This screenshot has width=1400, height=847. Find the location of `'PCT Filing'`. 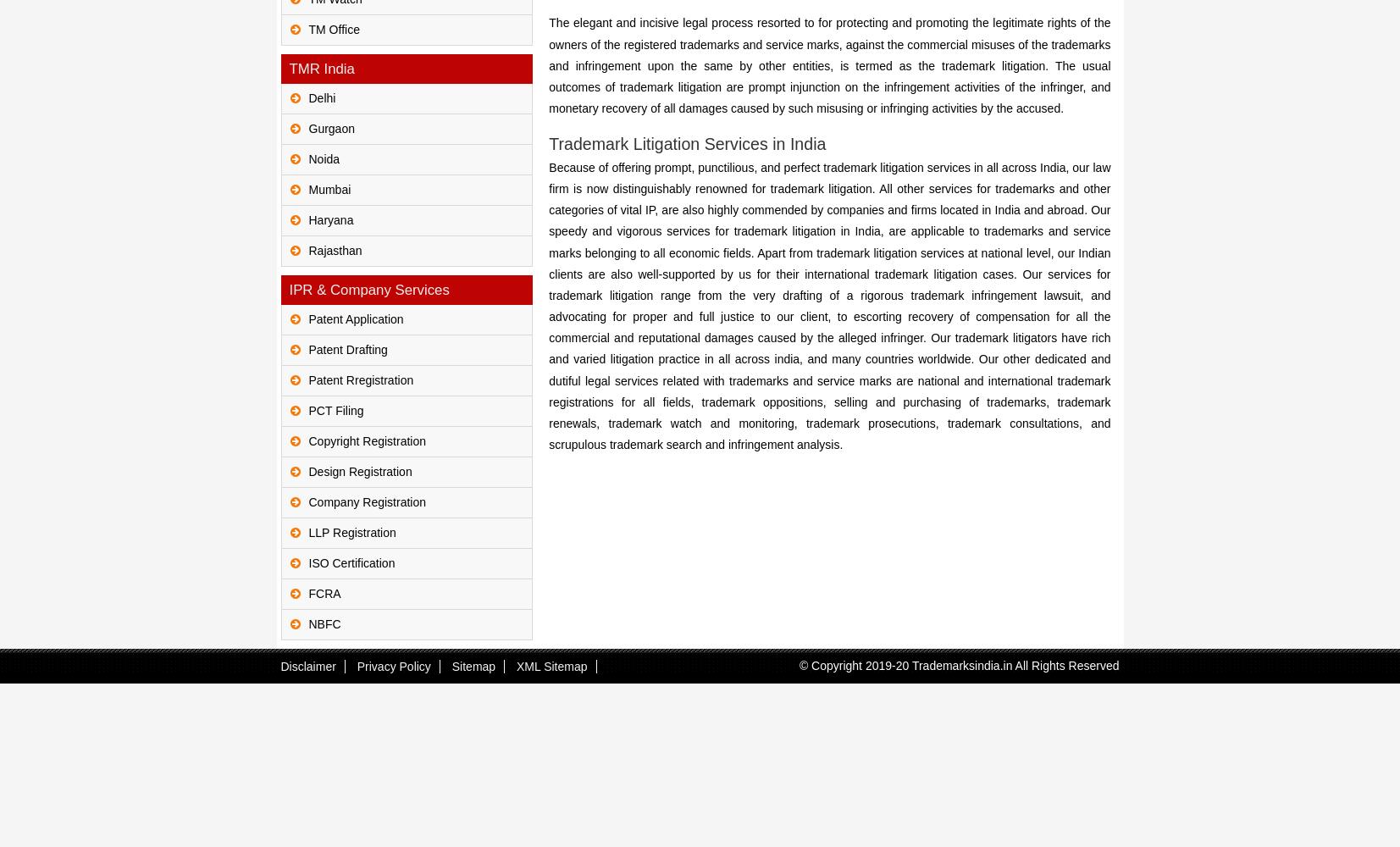

'PCT Filing' is located at coordinates (335, 410).